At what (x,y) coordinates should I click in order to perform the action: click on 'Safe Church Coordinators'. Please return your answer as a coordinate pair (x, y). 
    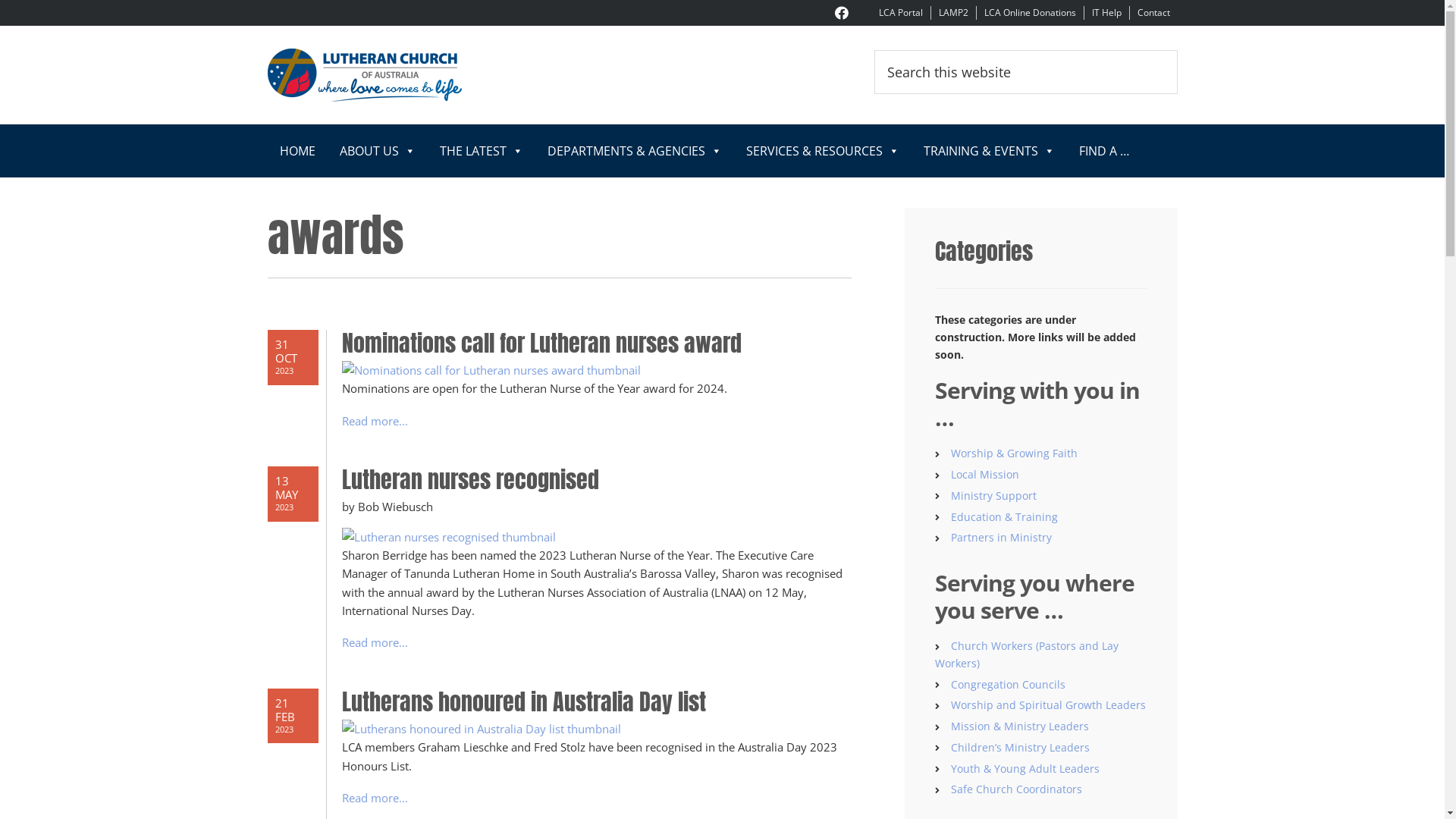
    Looking at the image, I should click on (1016, 788).